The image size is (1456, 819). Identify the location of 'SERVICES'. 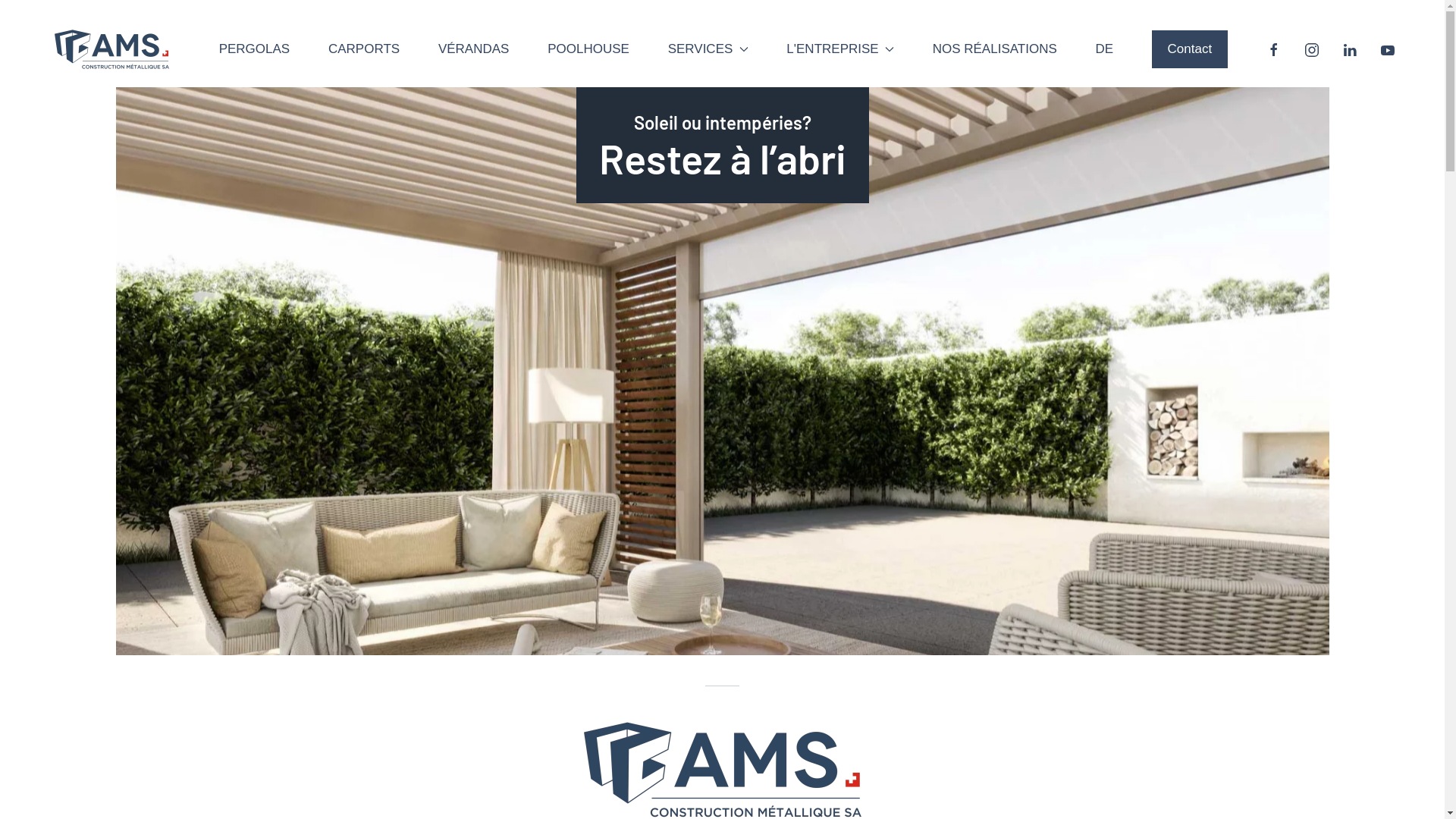
(708, 49).